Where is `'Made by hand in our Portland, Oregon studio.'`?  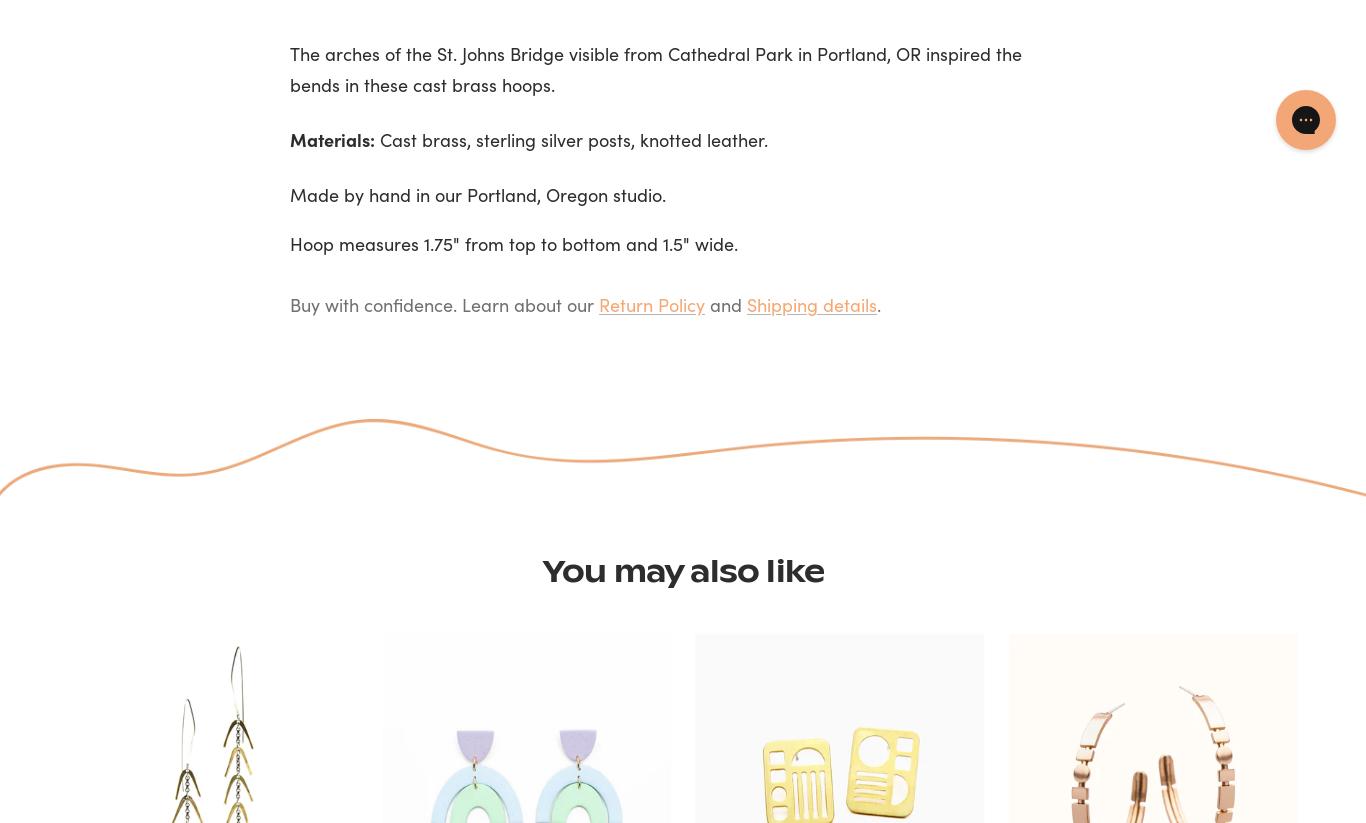 'Made by hand in our Portland, Oregon studio.' is located at coordinates (290, 194).